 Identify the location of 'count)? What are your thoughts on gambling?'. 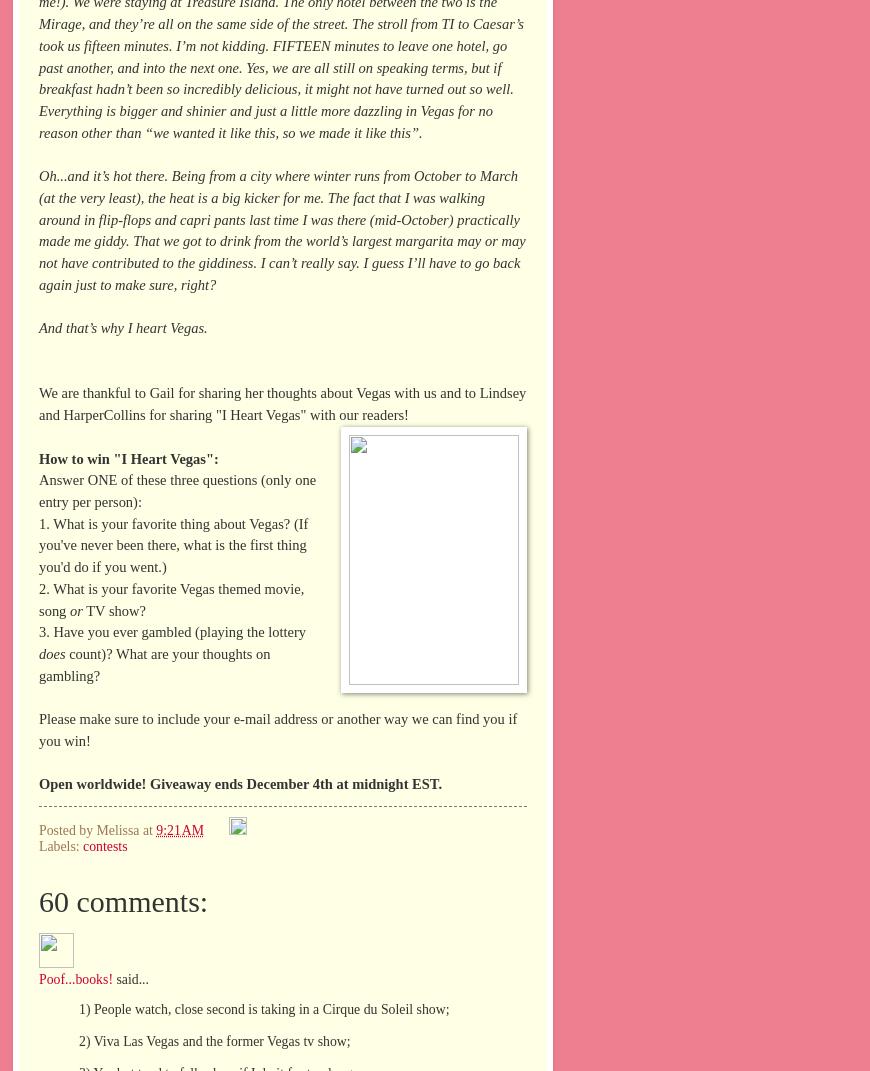
(153, 663).